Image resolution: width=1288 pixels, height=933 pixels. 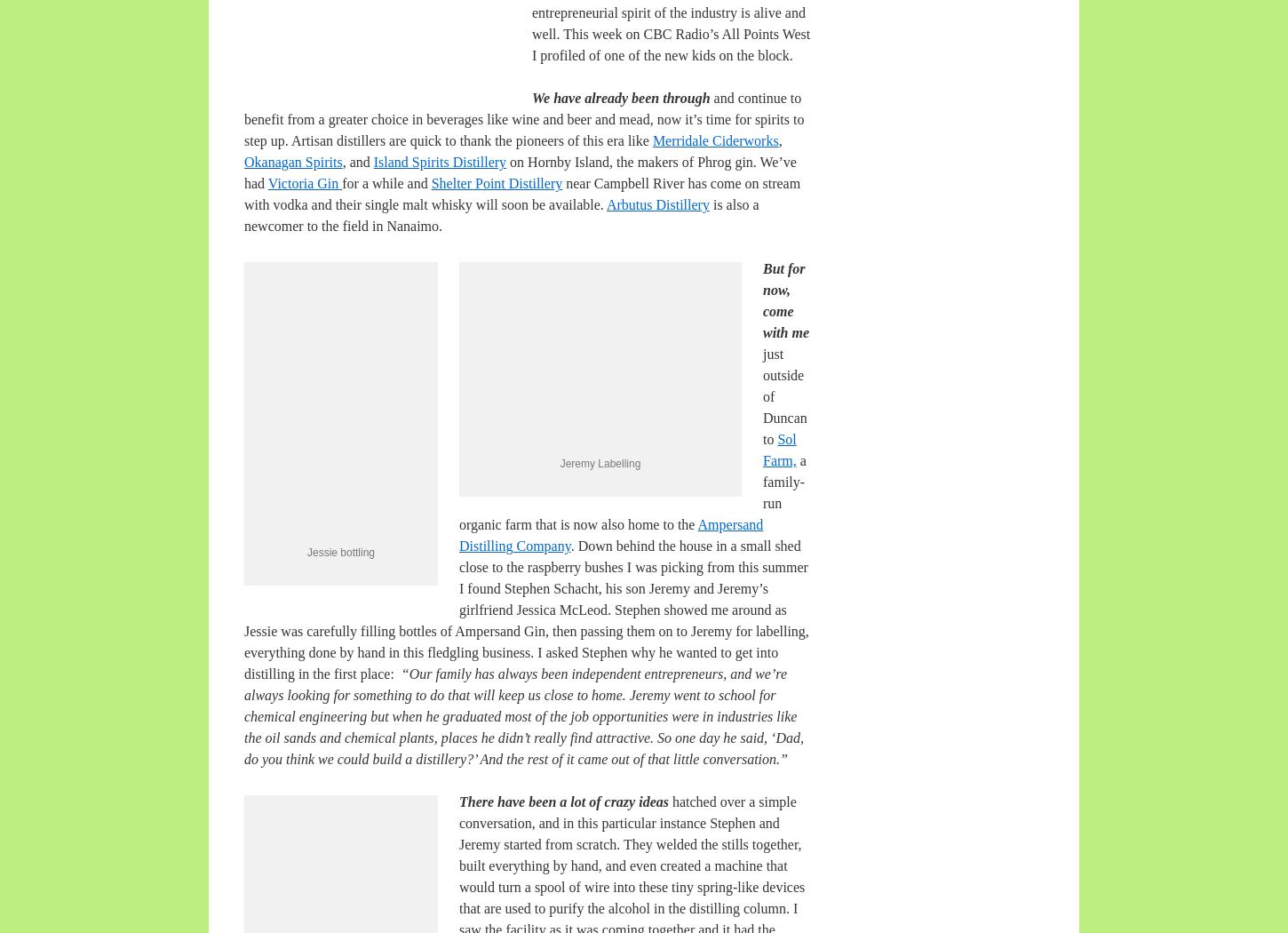 What do you see at coordinates (521, 193) in the screenshot?
I see `'near Campbell River has come on stream with vodka and their single malt whisky will soon be available.'` at bounding box center [521, 193].